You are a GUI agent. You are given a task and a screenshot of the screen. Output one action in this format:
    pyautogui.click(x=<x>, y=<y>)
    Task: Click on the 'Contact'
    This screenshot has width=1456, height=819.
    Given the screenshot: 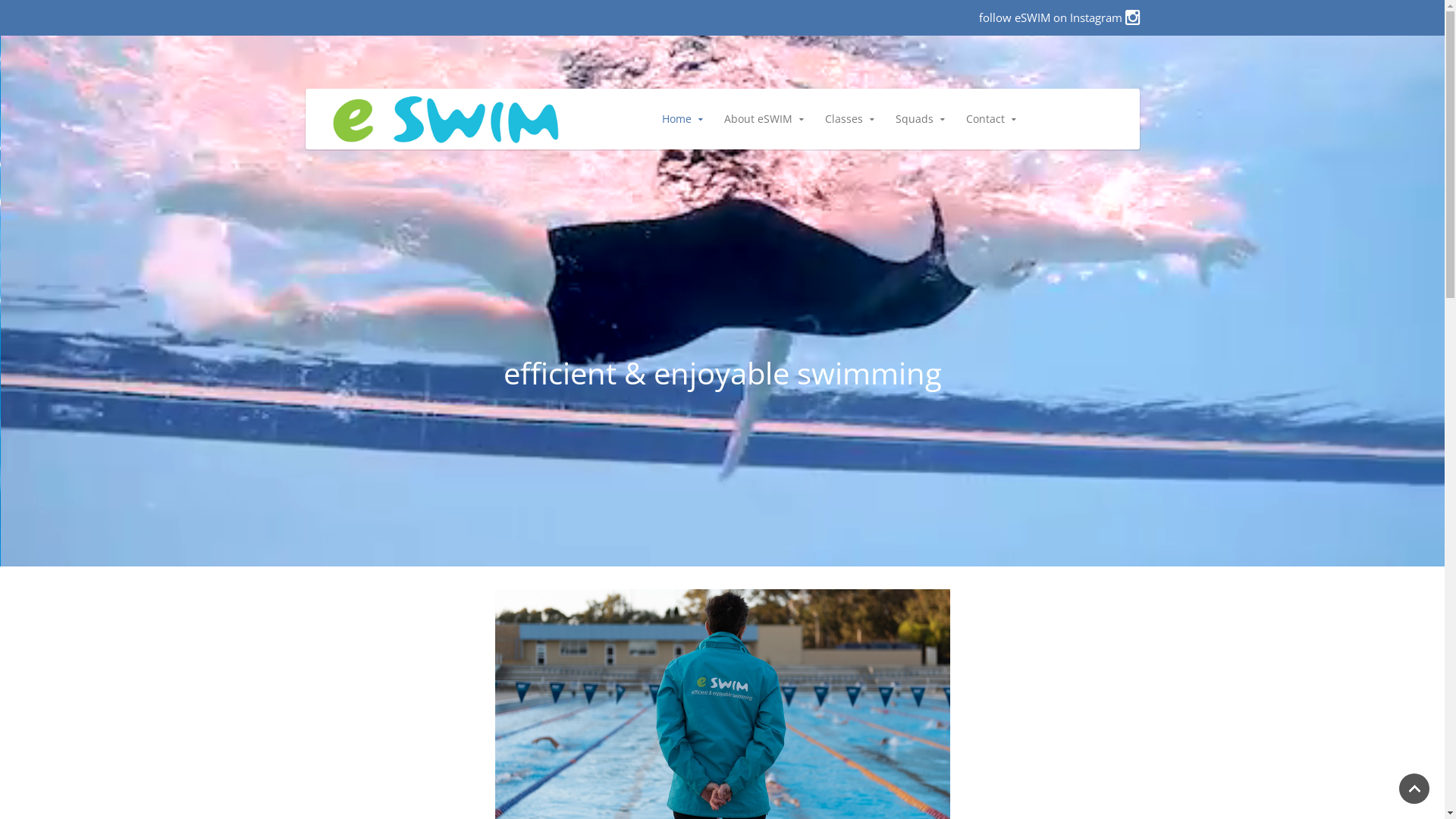 What is the action you would take?
    pyautogui.click(x=952, y=118)
    